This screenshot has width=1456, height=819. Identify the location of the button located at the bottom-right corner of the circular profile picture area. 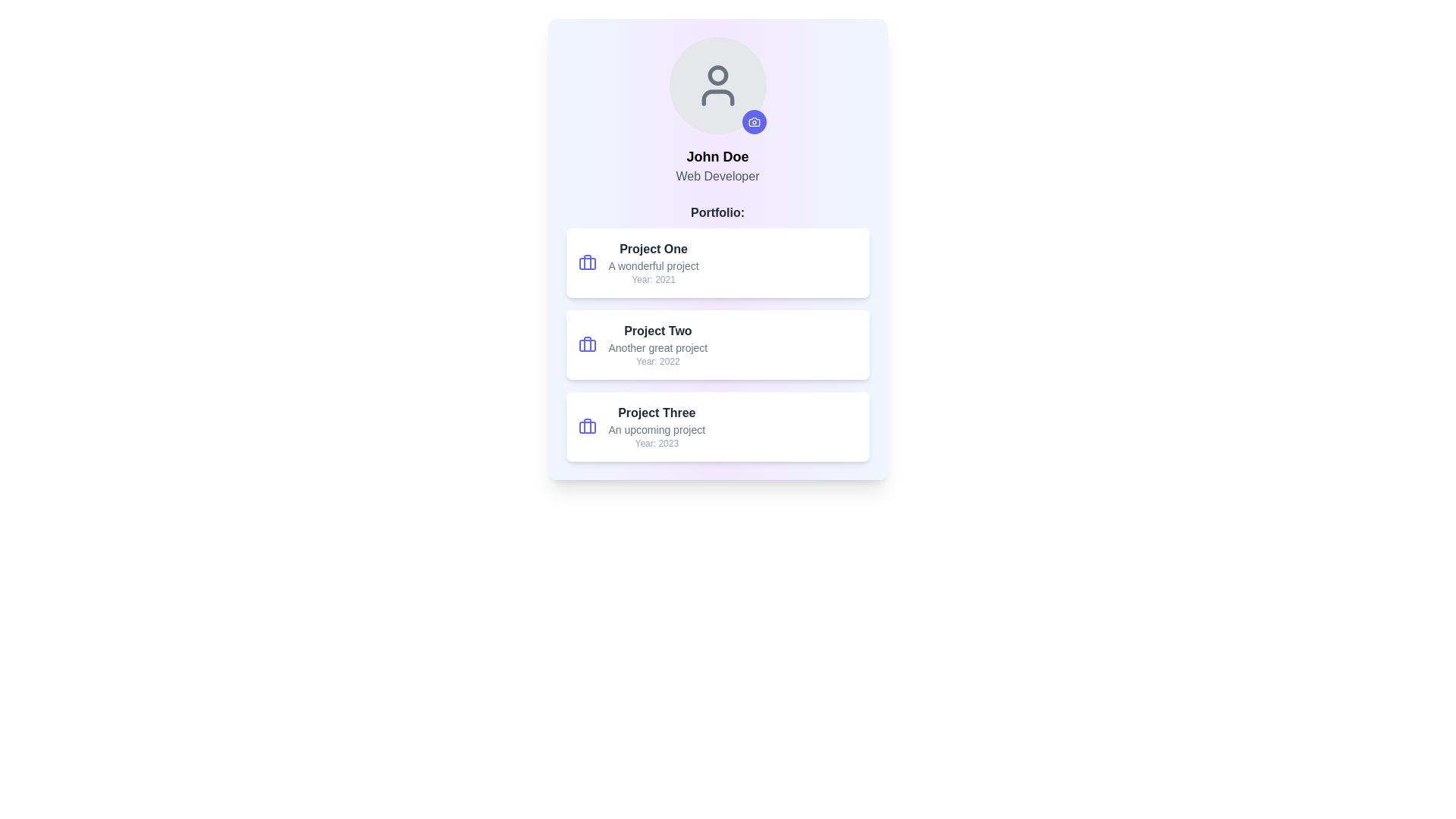
(754, 121).